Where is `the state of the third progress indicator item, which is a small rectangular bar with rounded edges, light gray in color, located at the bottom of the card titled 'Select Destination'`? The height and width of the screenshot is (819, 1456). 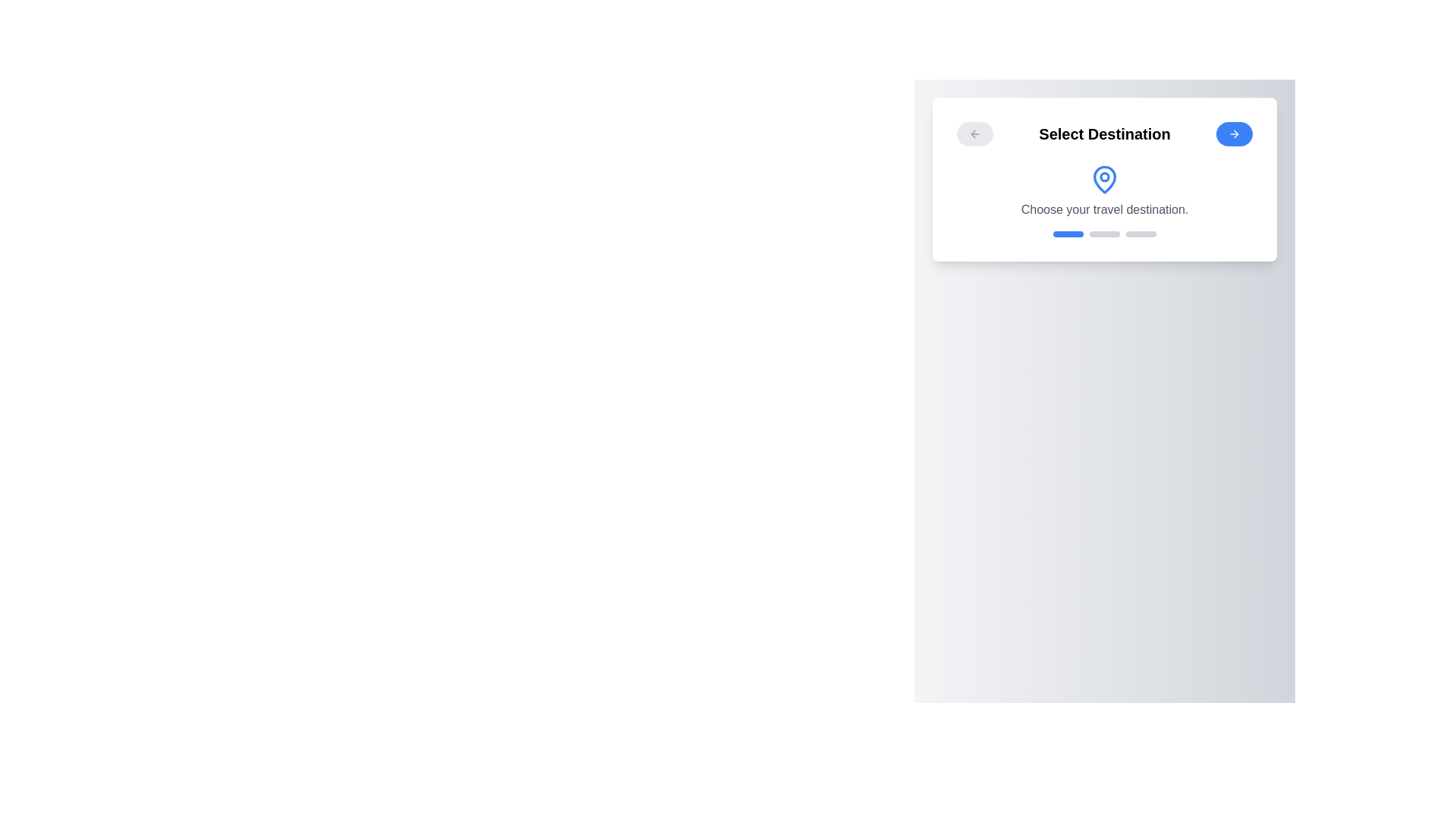 the state of the third progress indicator item, which is a small rectangular bar with rounded edges, light gray in color, located at the bottom of the card titled 'Select Destination' is located at coordinates (1141, 234).